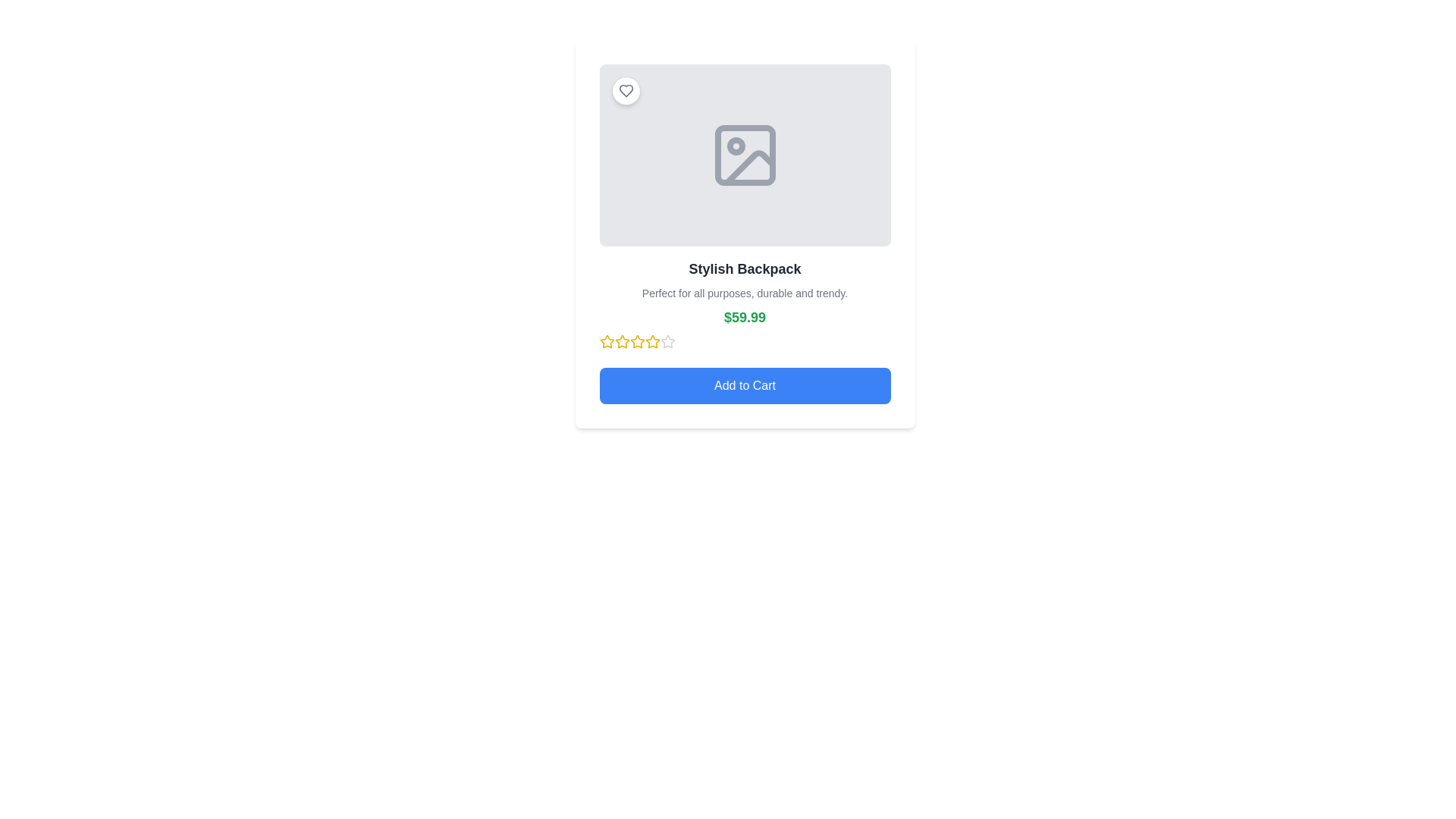 This screenshot has width=1456, height=819. I want to click on the non-interactive decorative dot located within the image placeholder icon above the title 'Stylish Backpack', so click(736, 146).